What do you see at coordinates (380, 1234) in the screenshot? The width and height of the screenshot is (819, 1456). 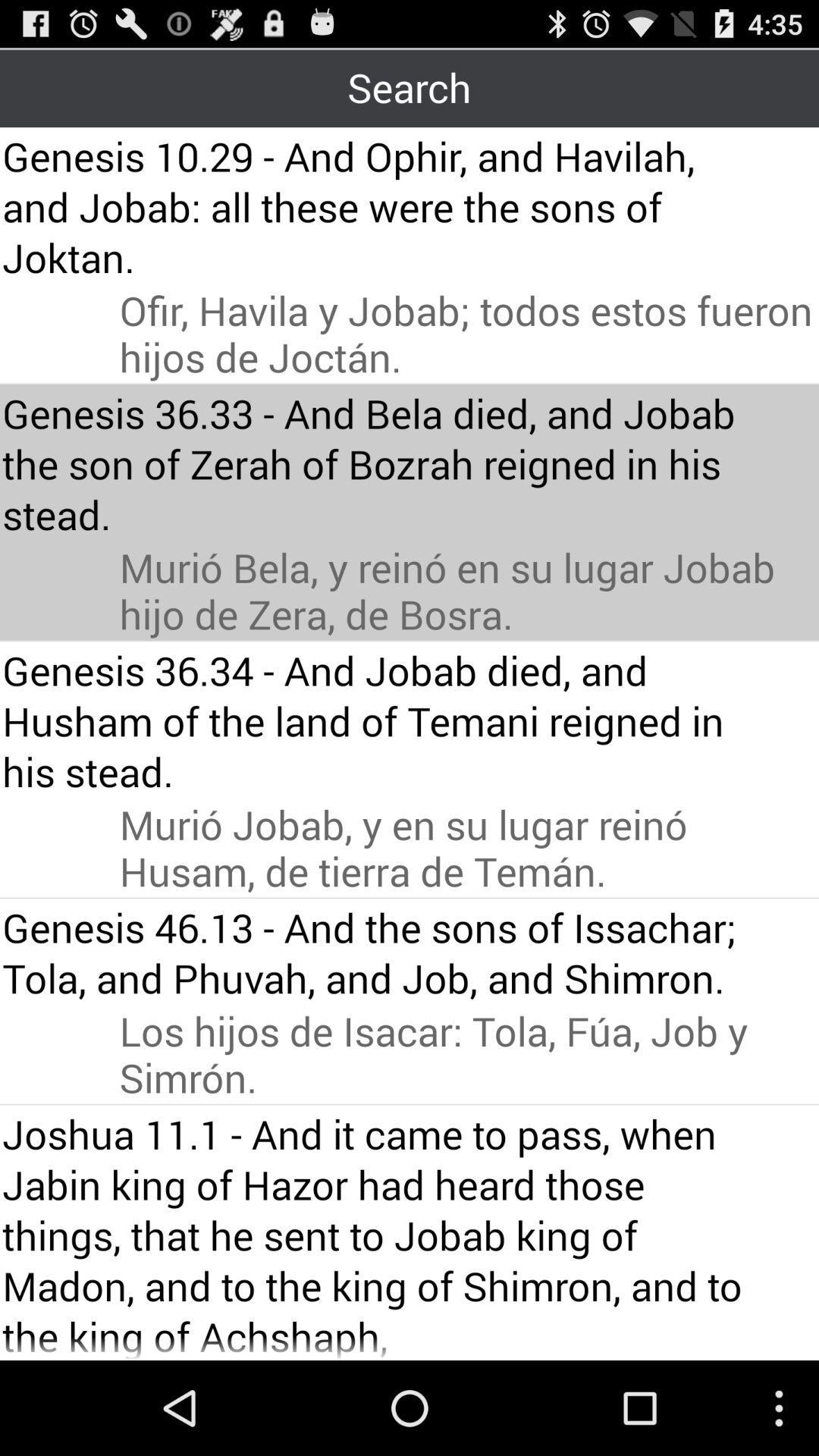 I see `item below los hijos de item` at bounding box center [380, 1234].